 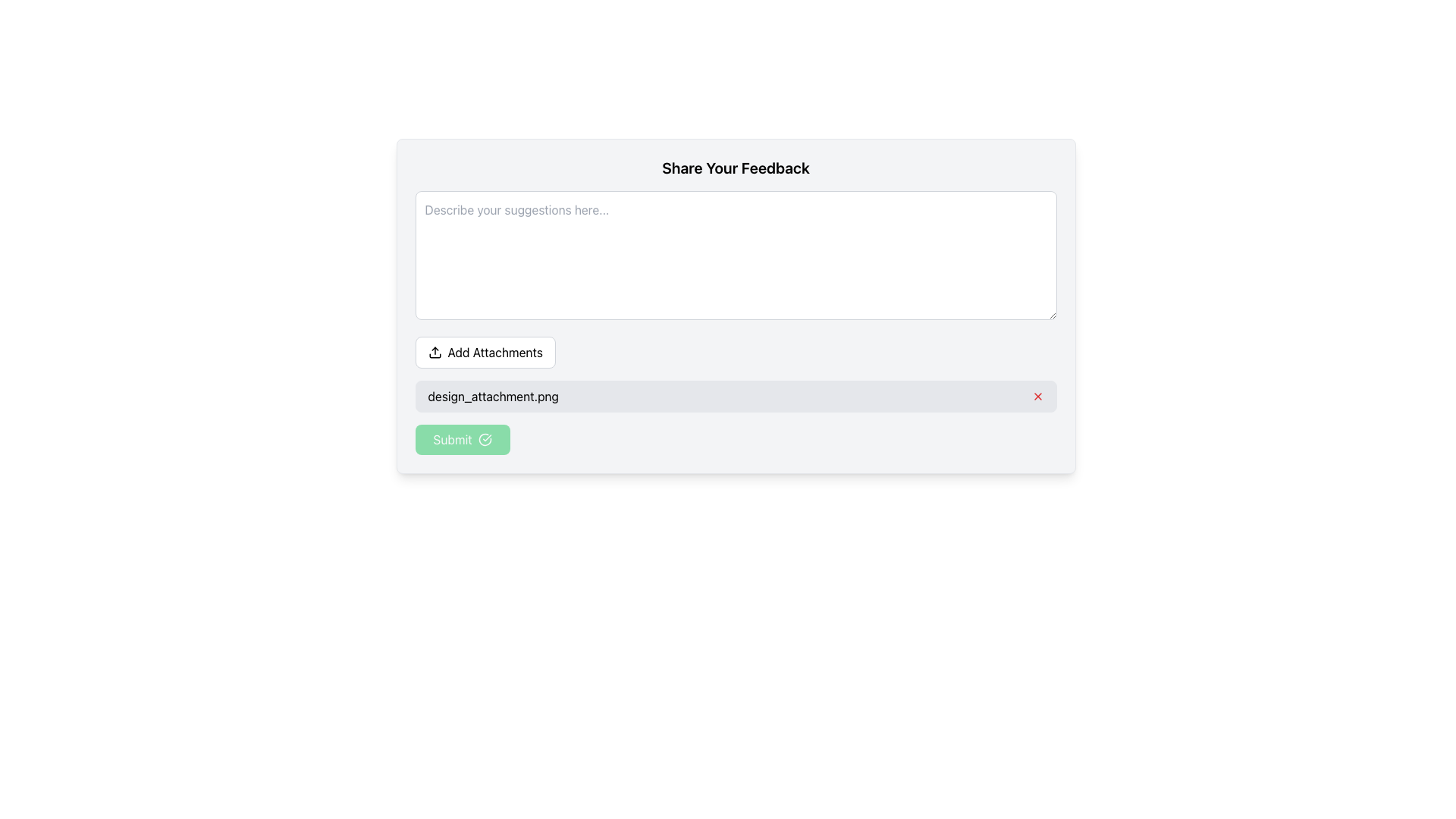 What do you see at coordinates (484, 439) in the screenshot?
I see `the success indicator icon located to the right of the 'Submit' button, which signifies a confirmed action` at bounding box center [484, 439].